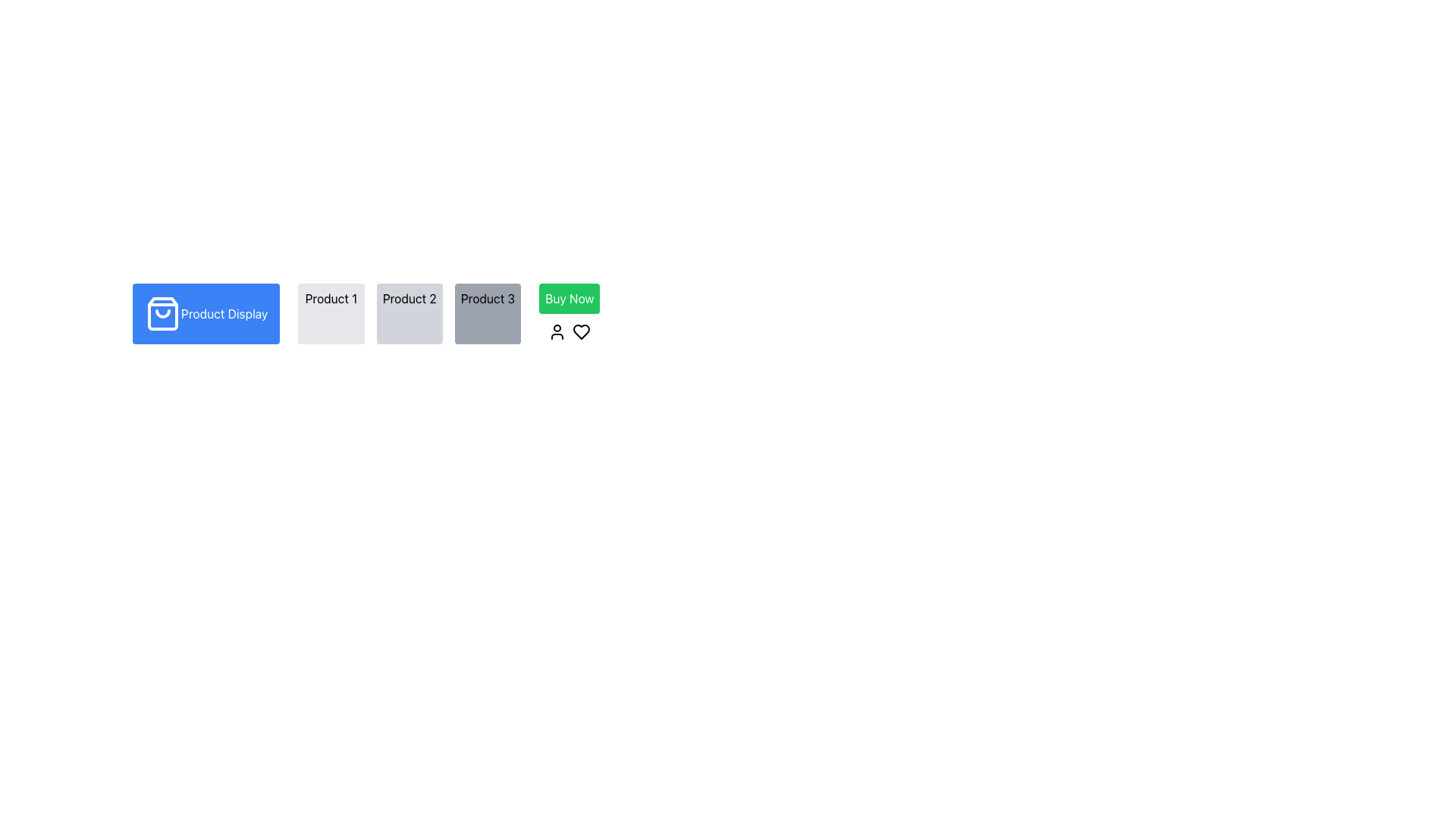  What do you see at coordinates (569, 298) in the screenshot?
I see `the purchase initiation button located on the right side of the interface, adjacent to the grey box labeled 'Product 3'` at bounding box center [569, 298].